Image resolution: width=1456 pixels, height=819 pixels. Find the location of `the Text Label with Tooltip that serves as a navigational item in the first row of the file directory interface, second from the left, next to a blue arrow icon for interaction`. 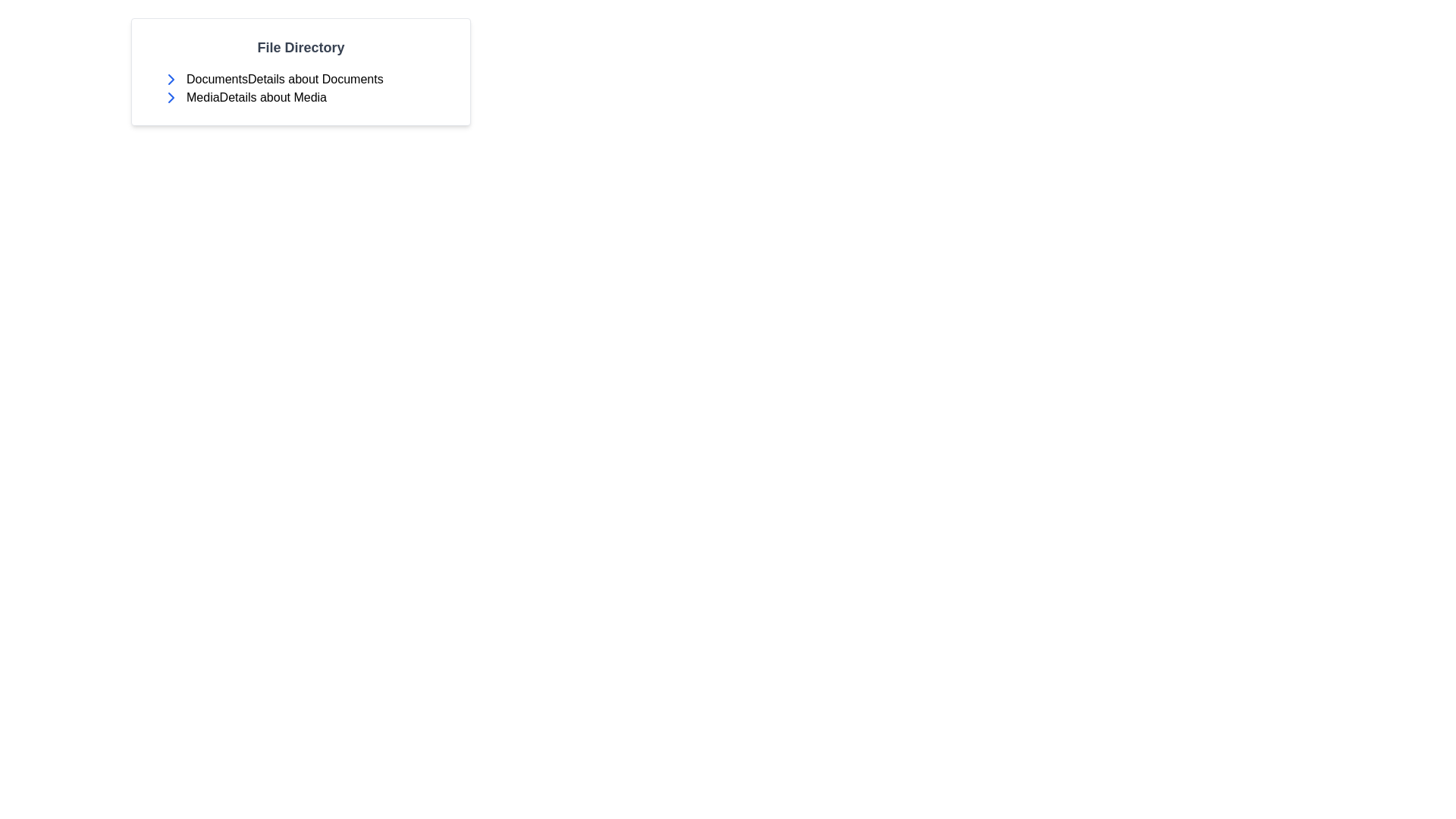

the Text Label with Tooltip that serves as a navigational item in the first row of the file directory interface, second from the left, next to a blue arrow icon for interaction is located at coordinates (284, 79).